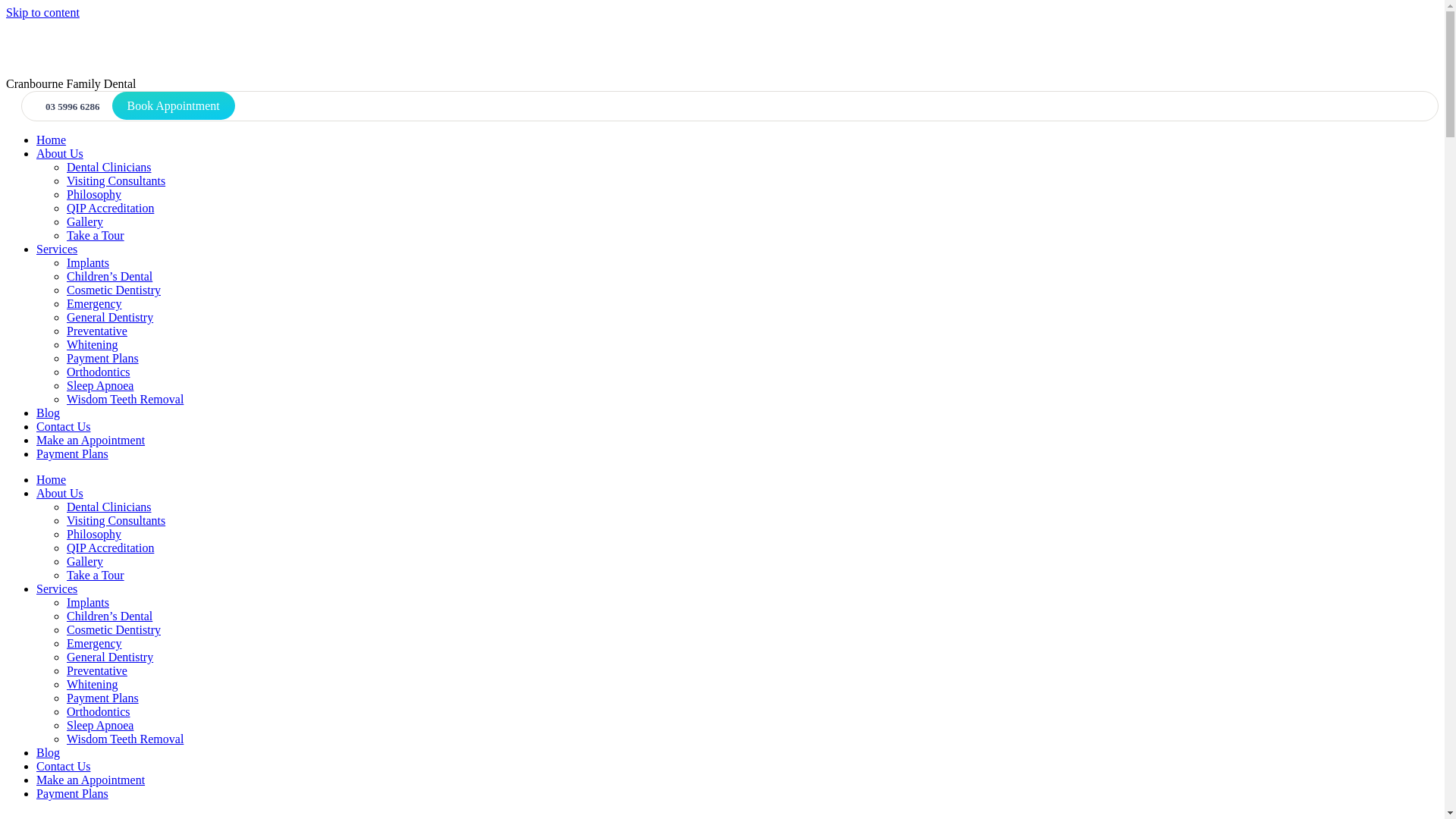 The image size is (1456, 819). Describe the element at coordinates (36, 588) in the screenshot. I see `'Services'` at that location.